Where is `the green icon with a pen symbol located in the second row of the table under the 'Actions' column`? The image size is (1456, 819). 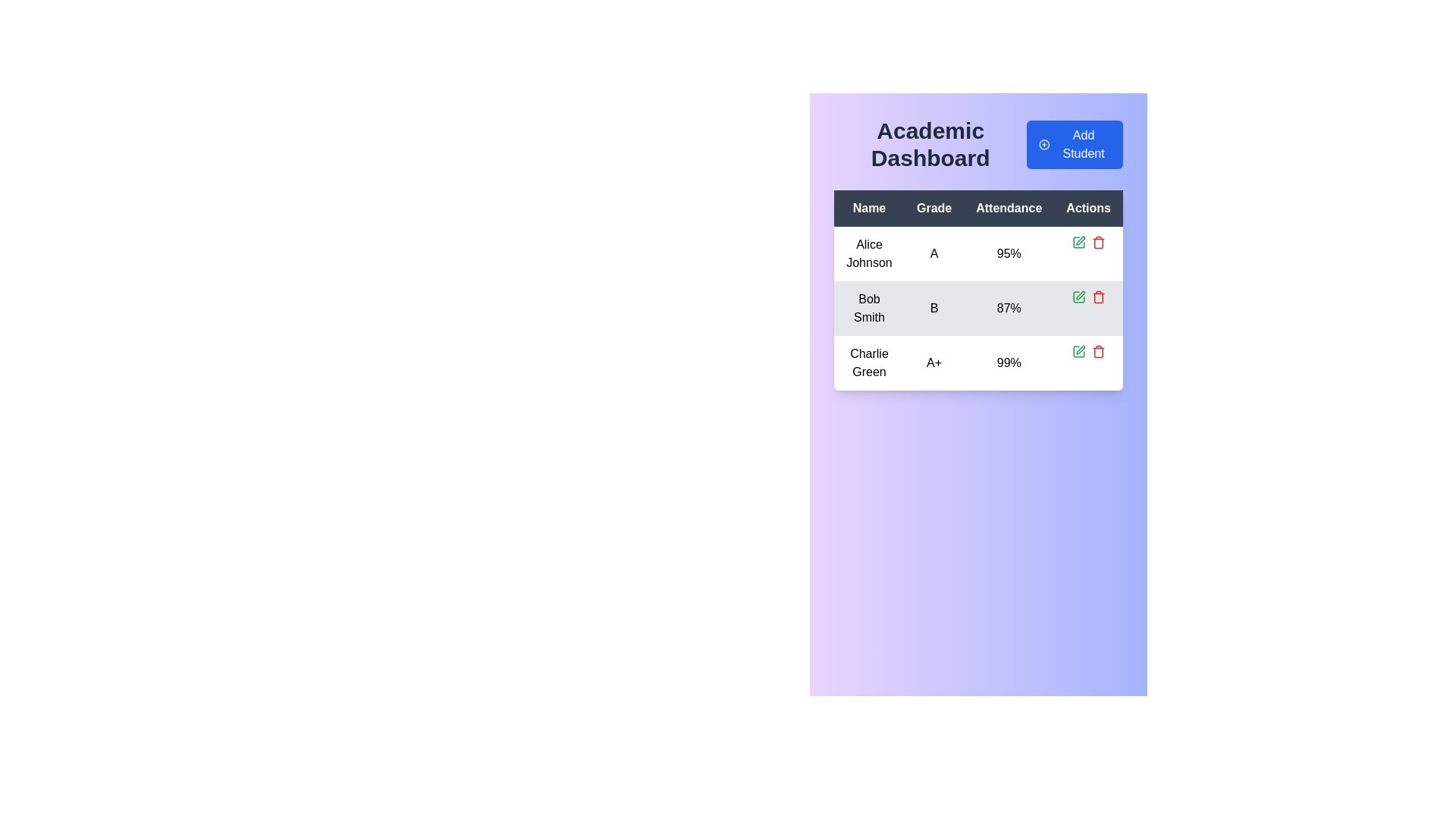 the green icon with a pen symbol located in the second row of the table under the 'Actions' column is located at coordinates (1079, 240).